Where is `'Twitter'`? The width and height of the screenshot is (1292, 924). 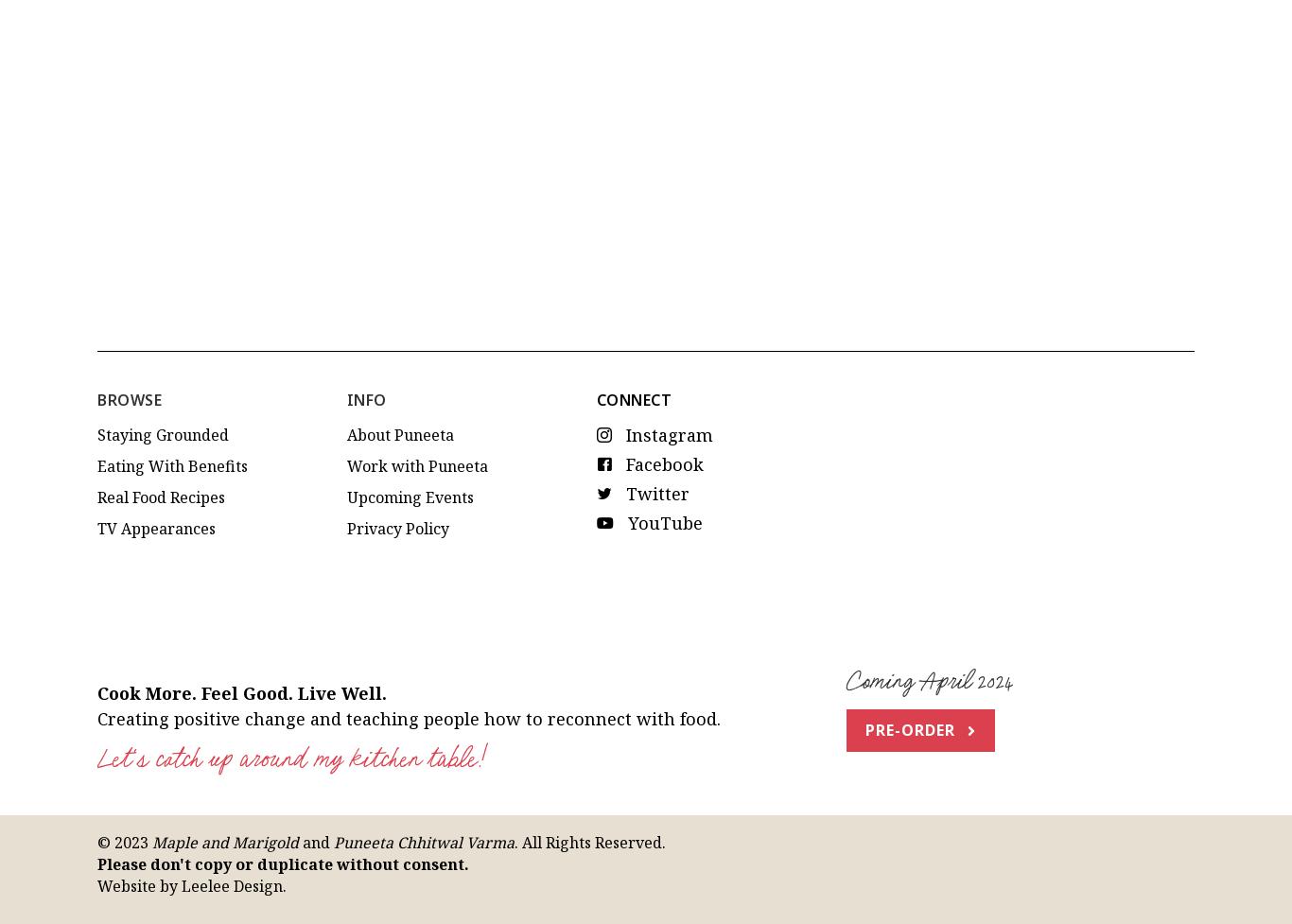
'Twitter' is located at coordinates (624, 337).